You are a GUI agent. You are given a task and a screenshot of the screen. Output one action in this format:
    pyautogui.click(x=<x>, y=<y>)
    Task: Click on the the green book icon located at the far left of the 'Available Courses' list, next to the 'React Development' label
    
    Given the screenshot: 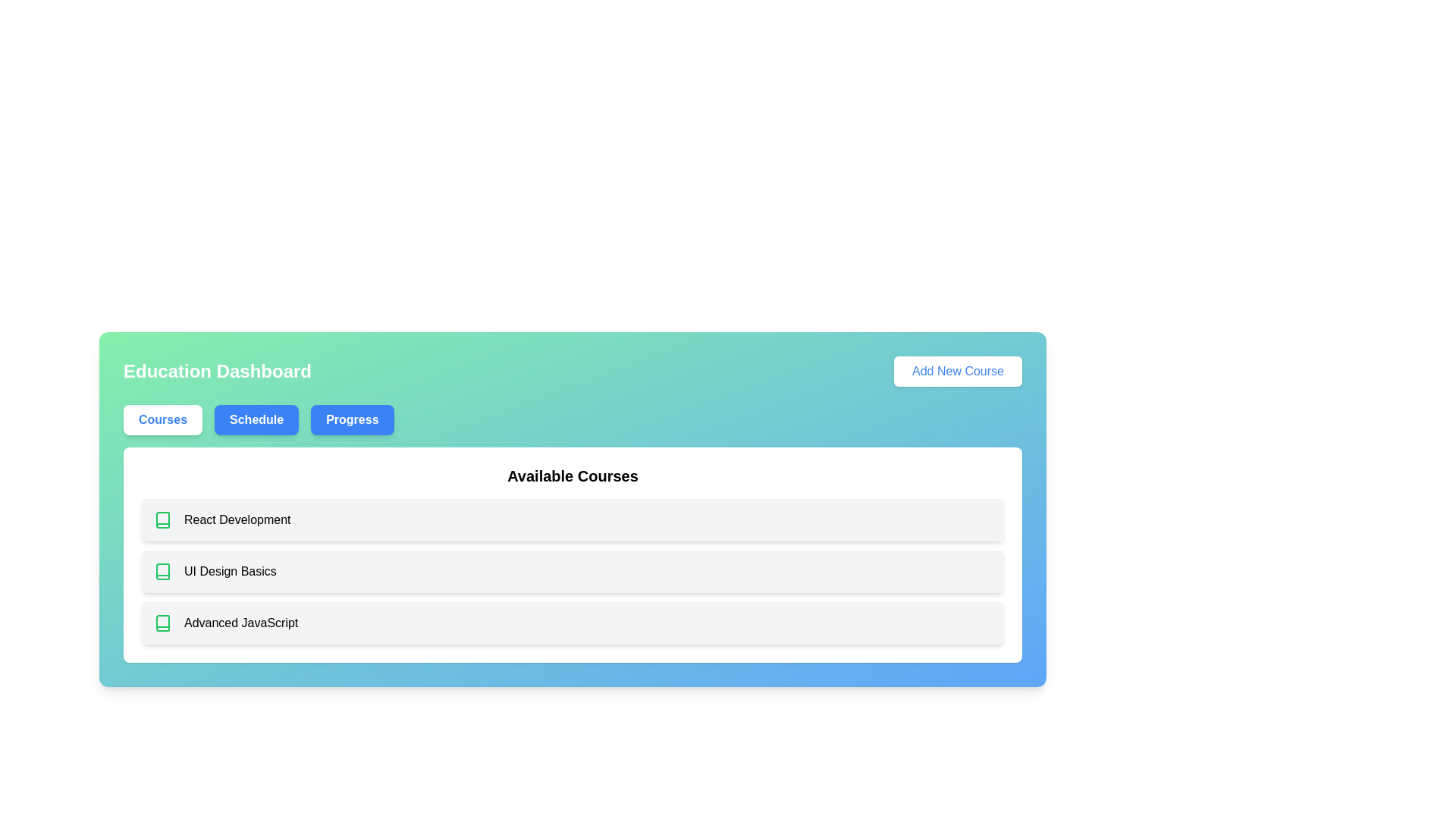 What is the action you would take?
    pyautogui.click(x=163, y=519)
    